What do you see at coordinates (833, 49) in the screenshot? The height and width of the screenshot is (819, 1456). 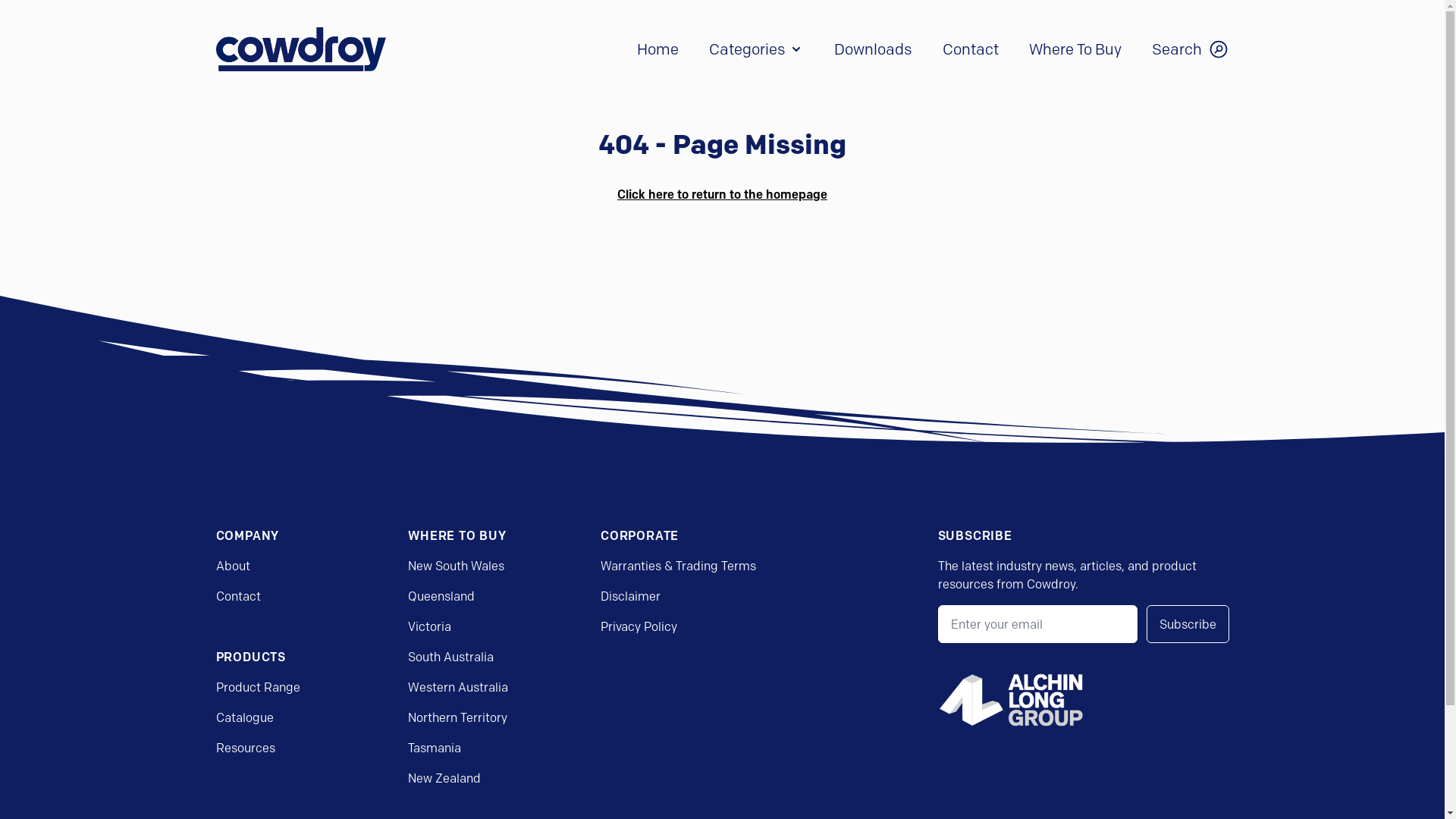 I see `'Downloads'` at bounding box center [833, 49].